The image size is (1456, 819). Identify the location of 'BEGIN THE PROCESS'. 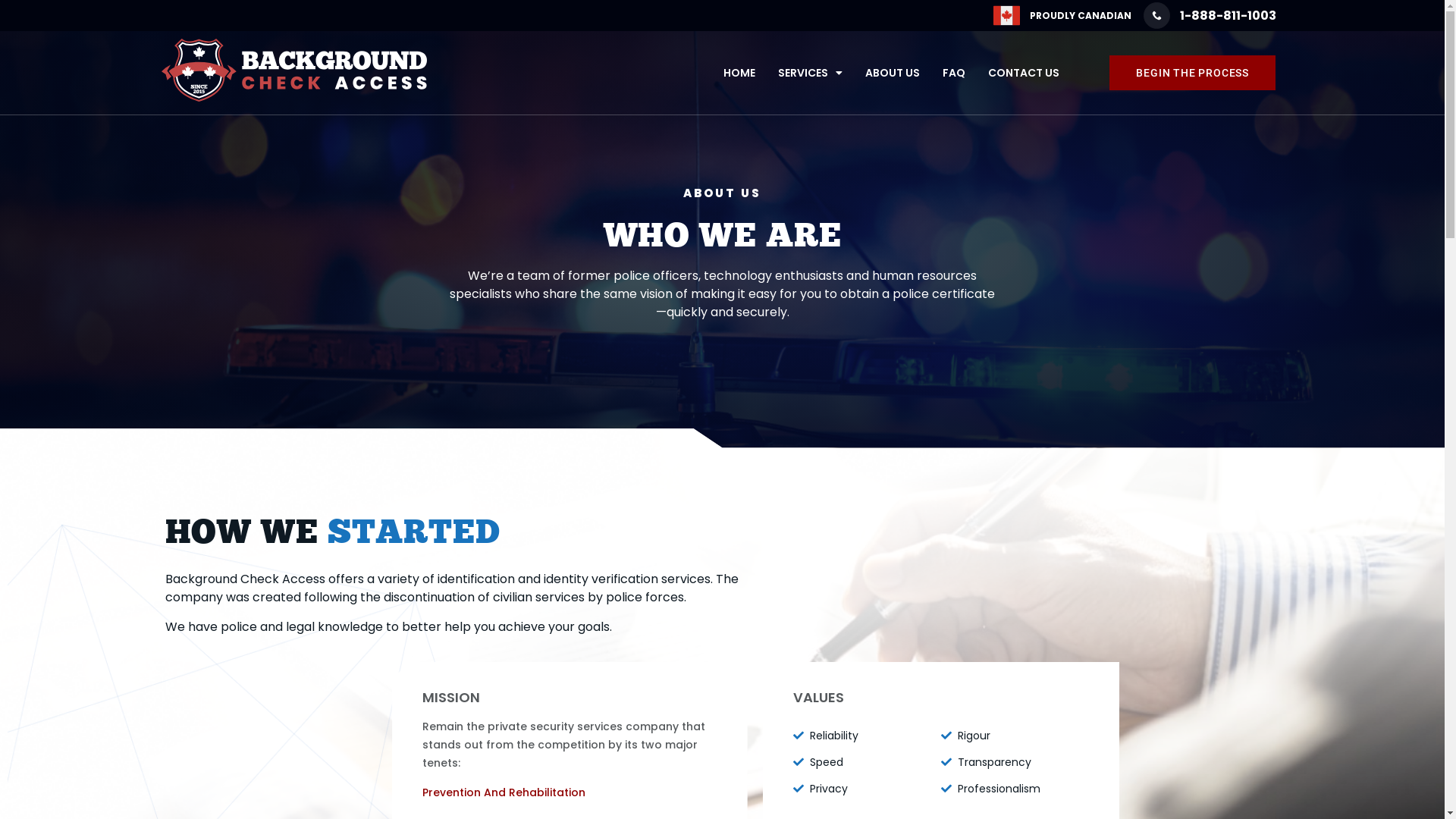
(1191, 73).